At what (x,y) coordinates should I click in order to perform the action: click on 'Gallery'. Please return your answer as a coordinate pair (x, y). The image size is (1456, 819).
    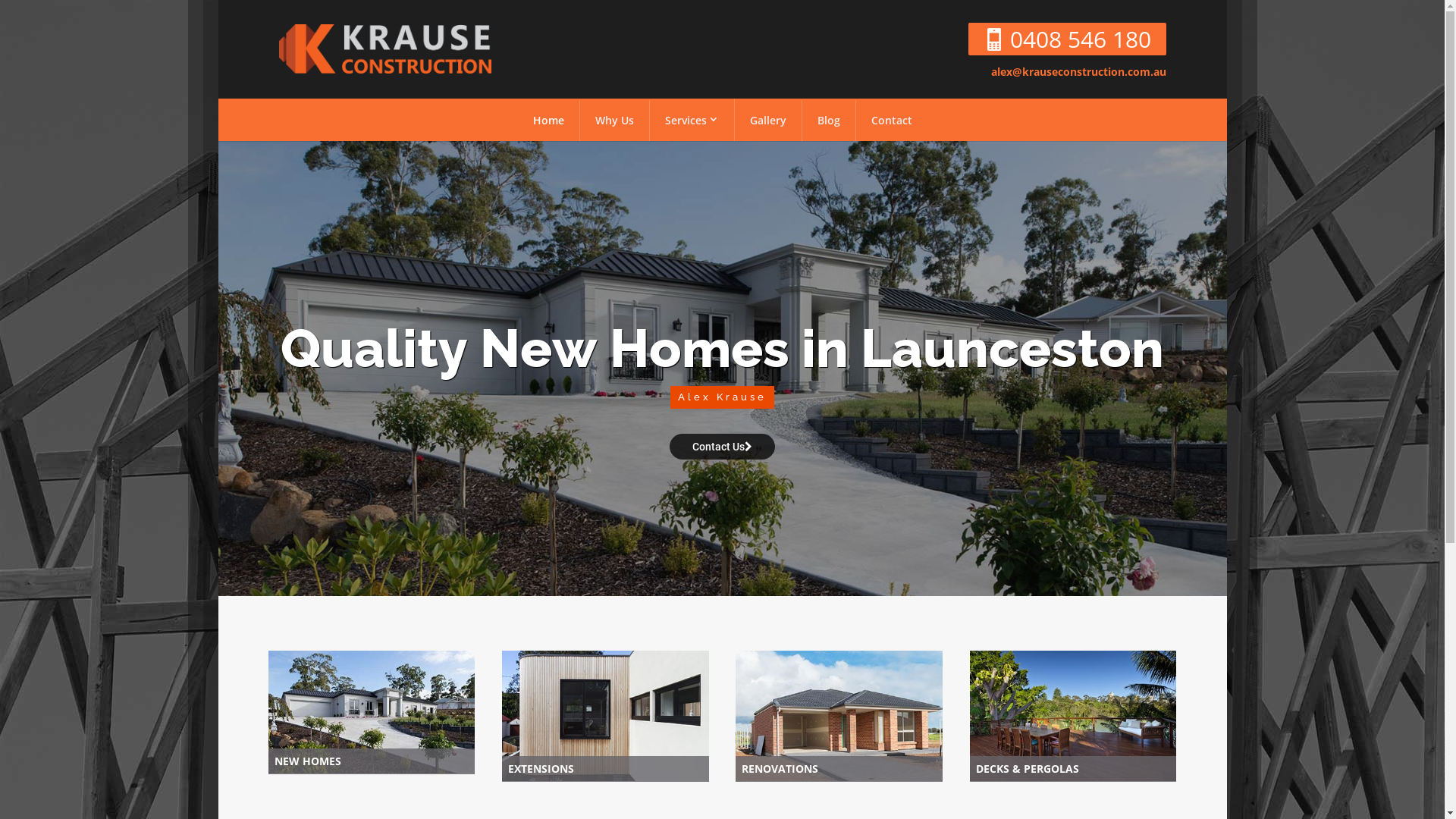
    Looking at the image, I should click on (767, 119).